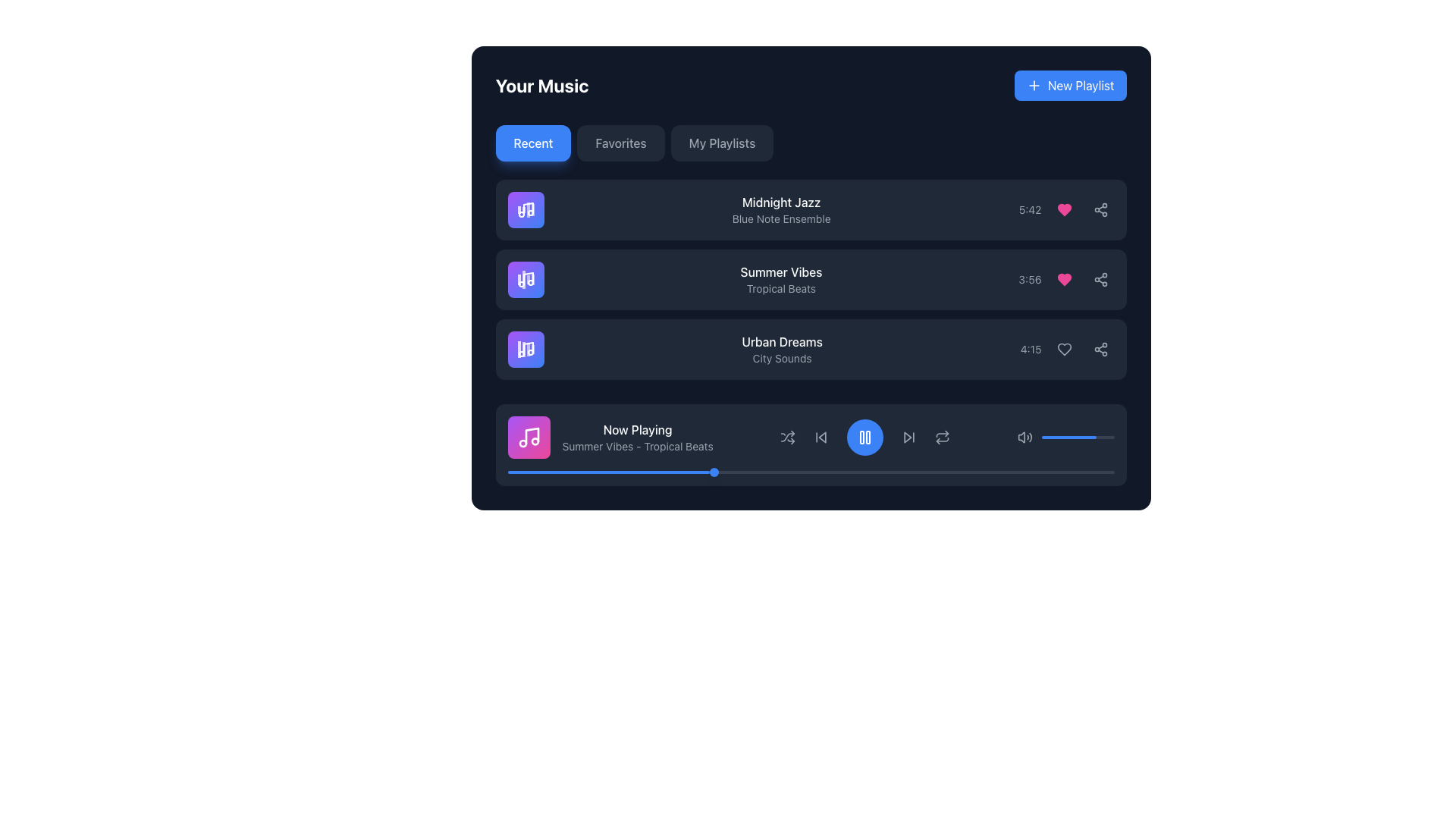 Image resolution: width=1456 pixels, height=819 pixels. Describe the element at coordinates (821, 438) in the screenshot. I see `the second interactive button from the left in the media controls bar to skip backward to the previous track` at that location.